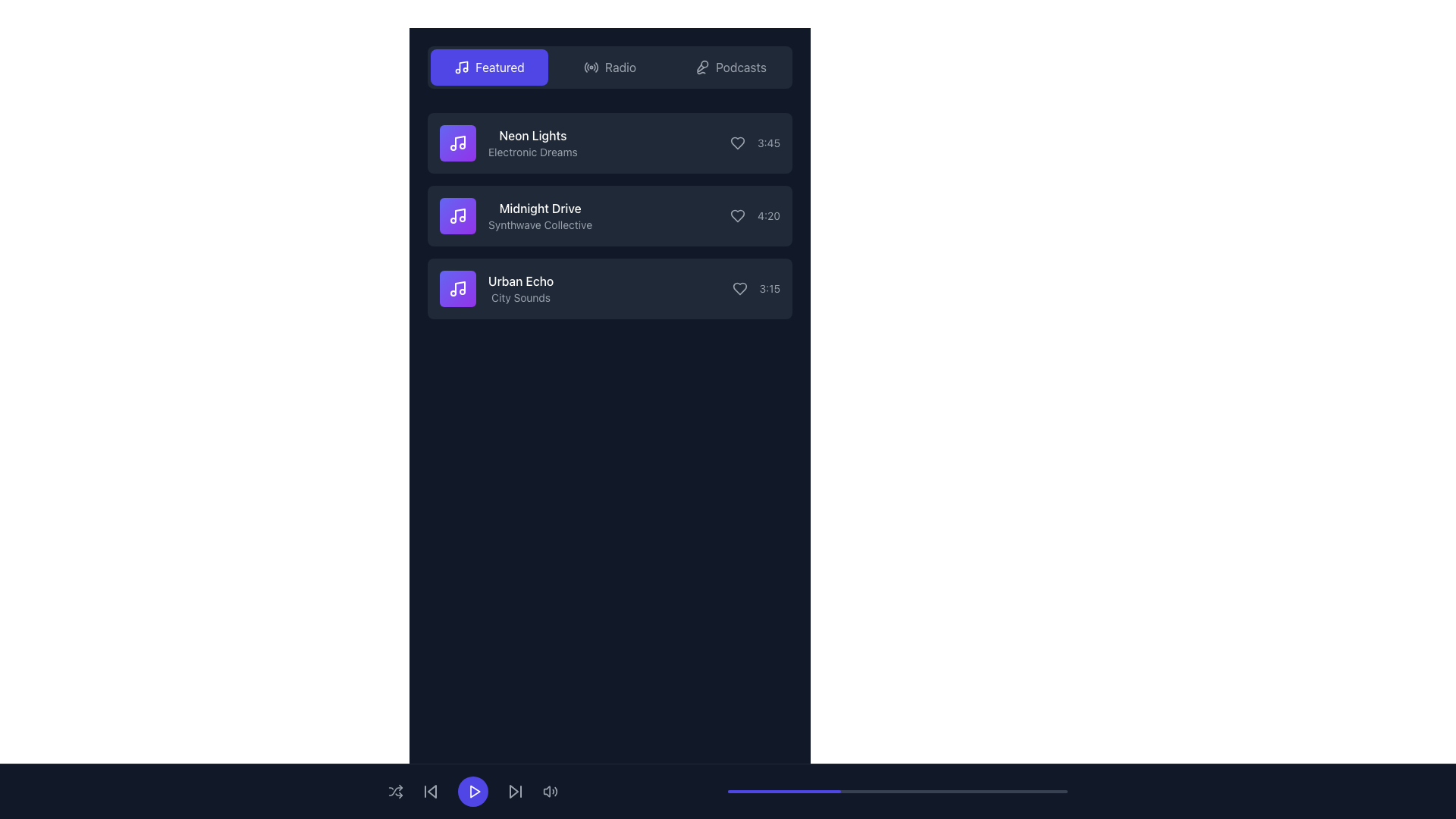  I want to click on the time indicator label displaying '4:20' next to the heart-shaped icon on the 'Midnight Drive' entry in the track list, so click(755, 216).